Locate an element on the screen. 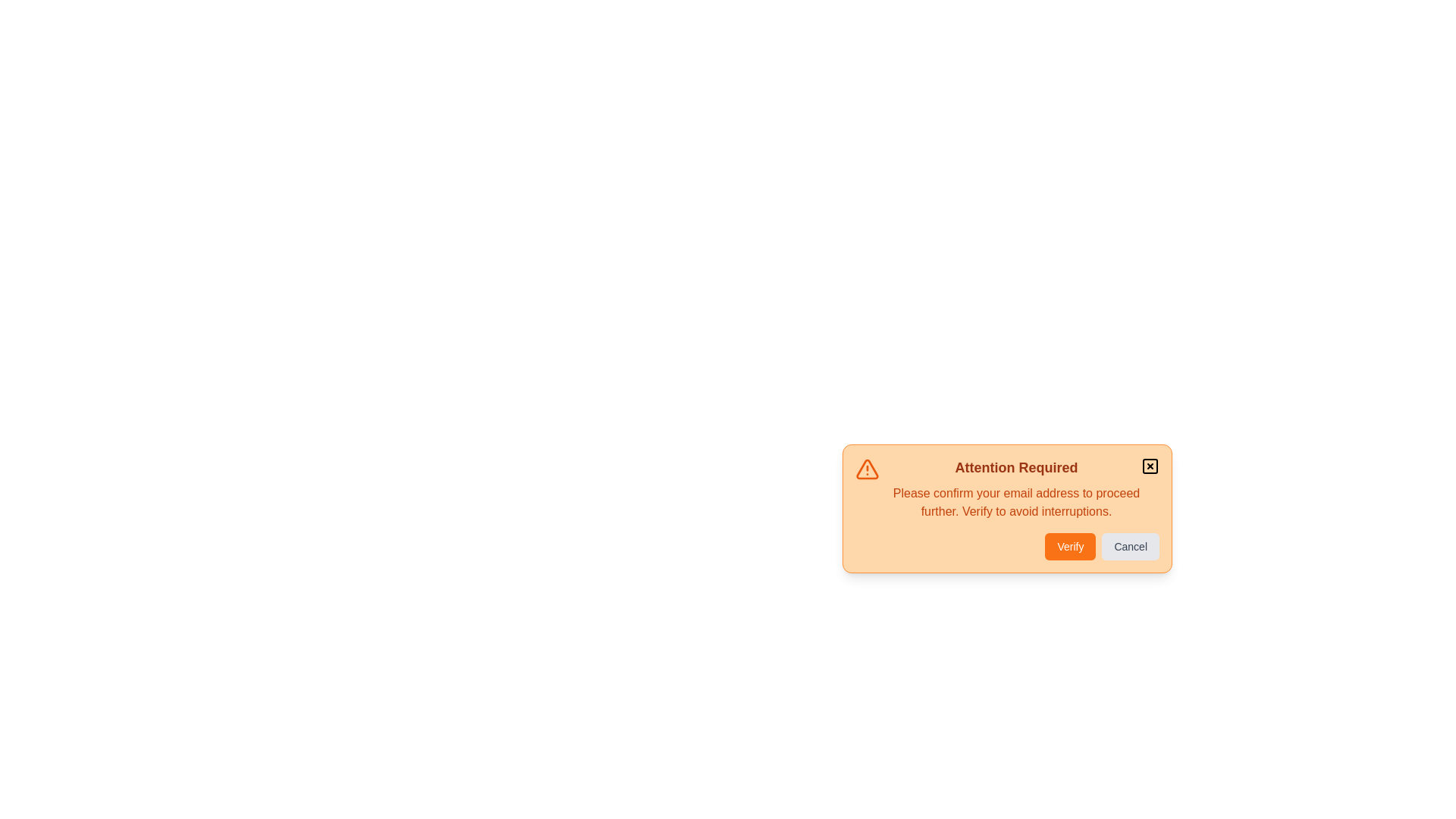  the verify button is located at coordinates (1069, 547).